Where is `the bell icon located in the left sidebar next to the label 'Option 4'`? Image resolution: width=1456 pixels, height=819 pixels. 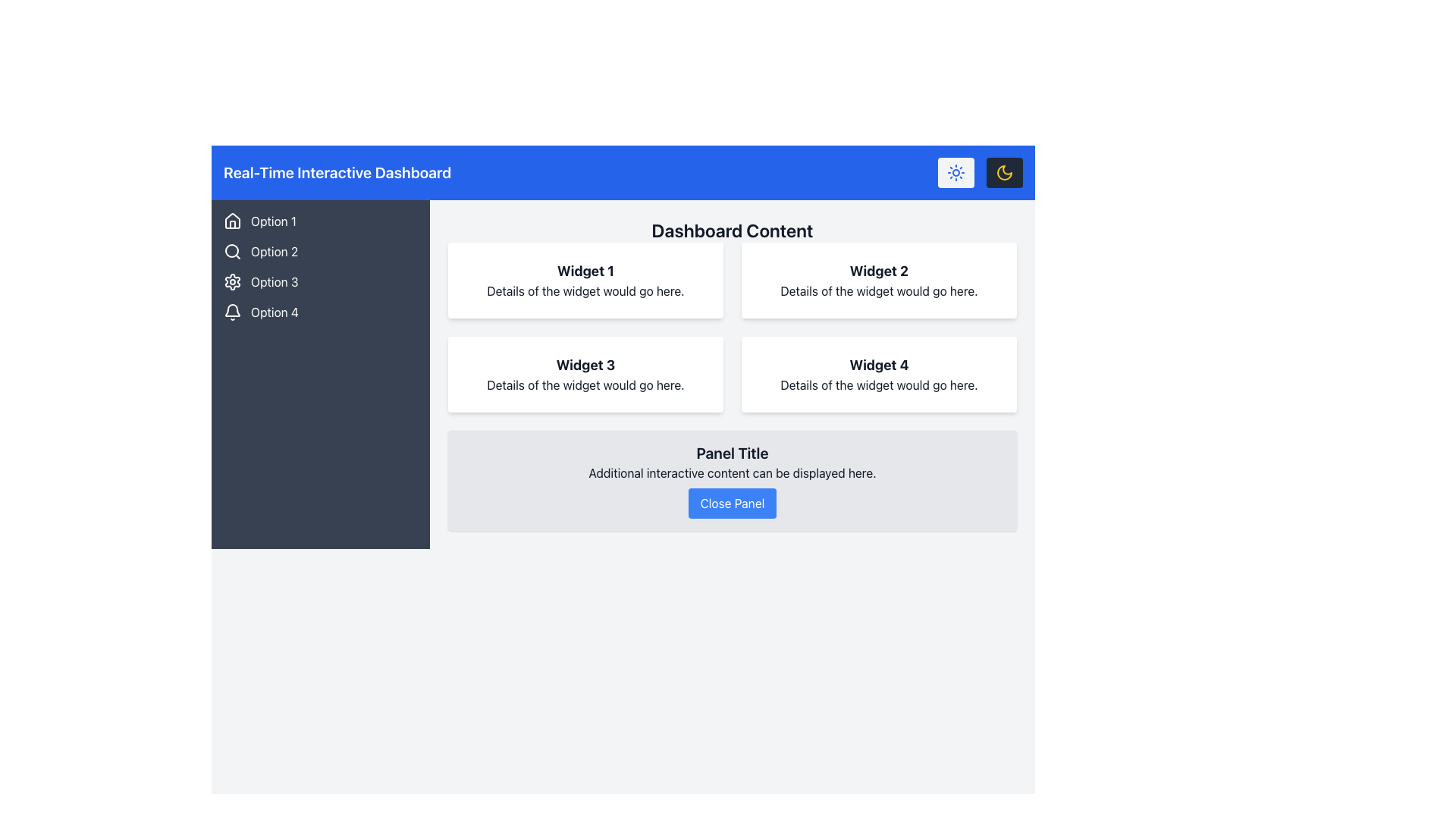
the bell icon located in the left sidebar next to the label 'Option 4' is located at coordinates (232, 312).